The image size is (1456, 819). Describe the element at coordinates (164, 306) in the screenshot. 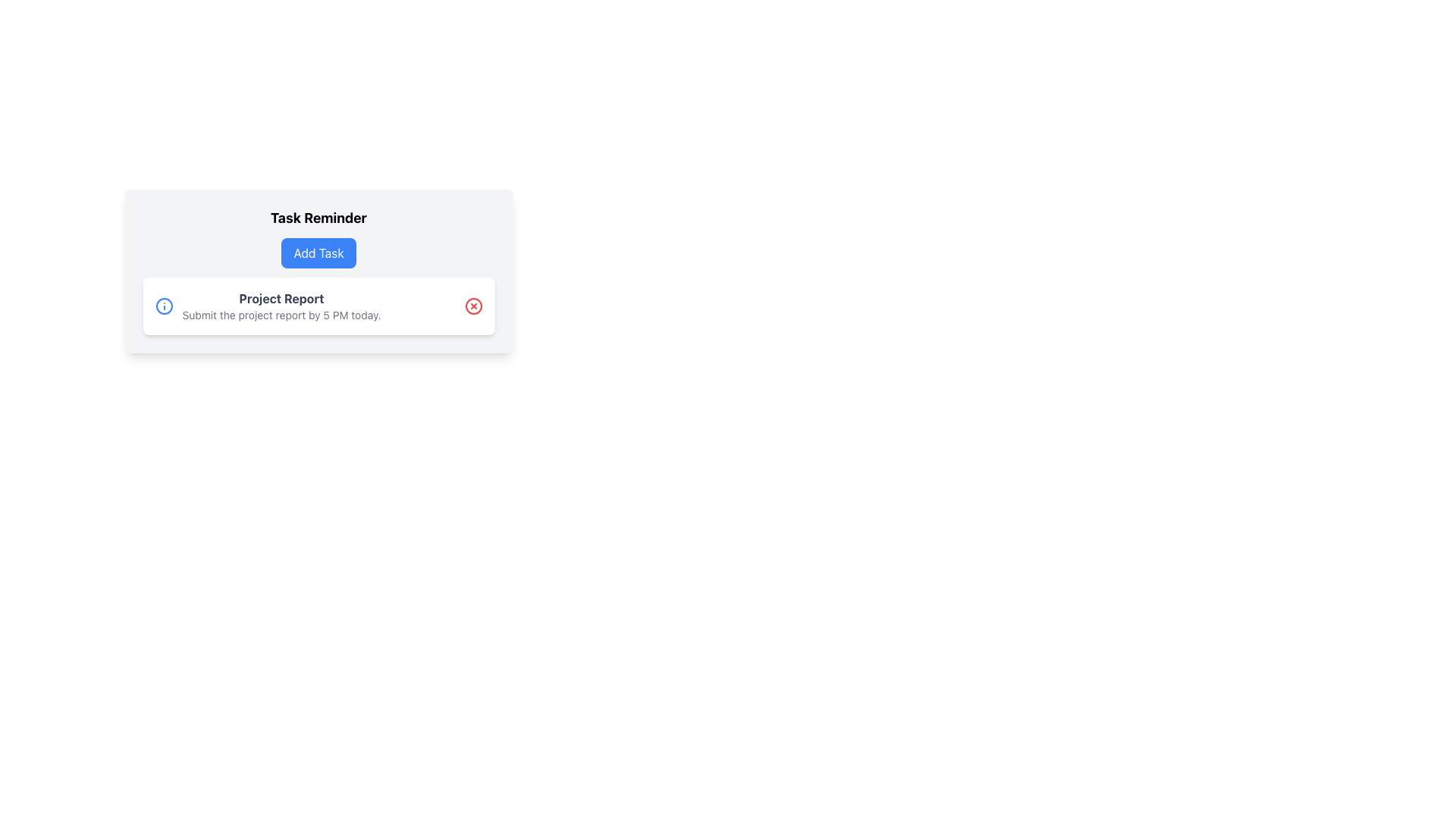

I see `the circular icon with a blue outline and central dot, located to the left of the 'Project Report' title in the 'Task Reminder' section` at that location.